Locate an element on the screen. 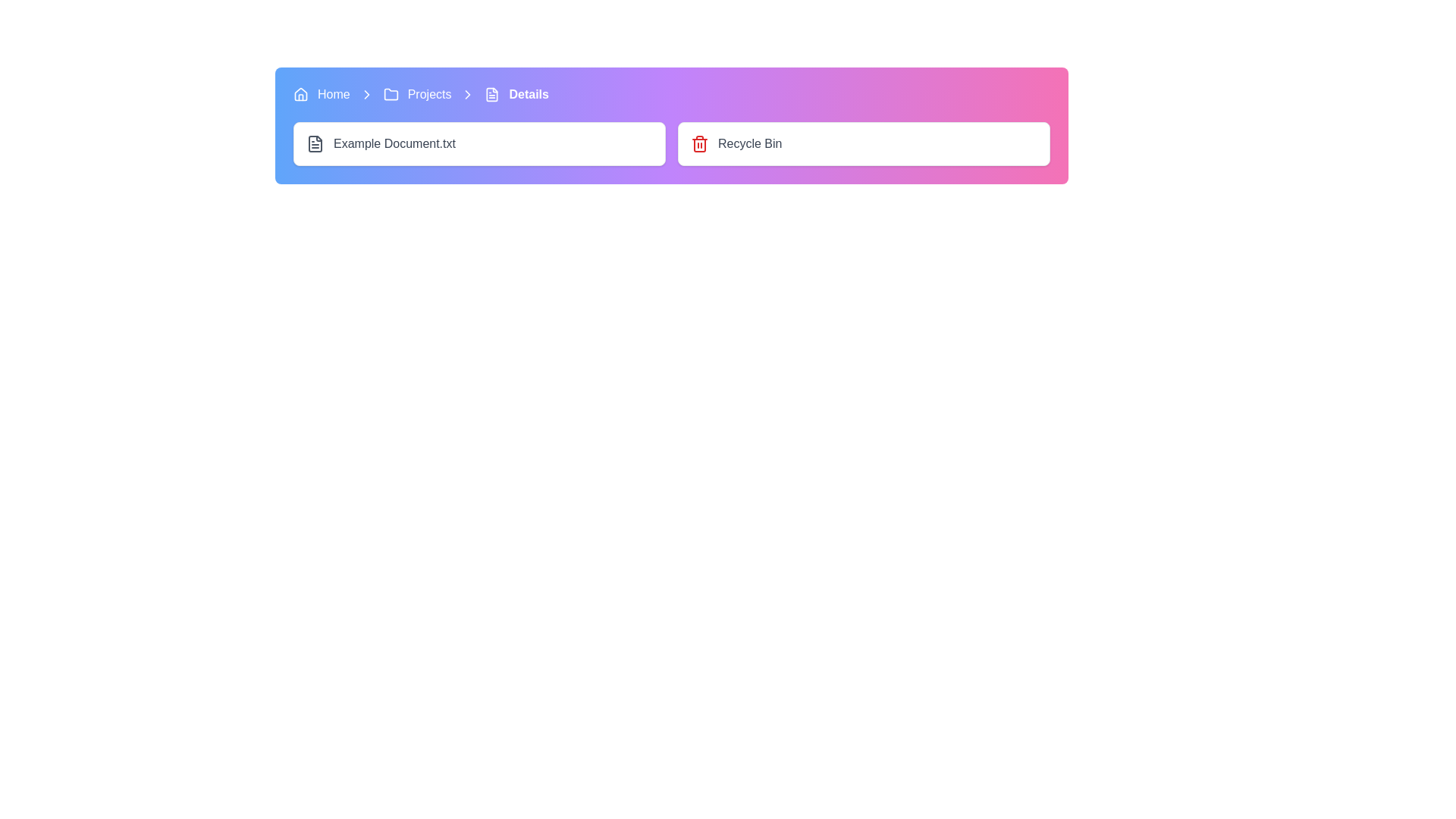 Image resolution: width=1456 pixels, height=819 pixels. the 'Recycle Bin' text label which indicates the purpose of the trash can icon next to it, located in the upper right area of the interface is located at coordinates (750, 143).